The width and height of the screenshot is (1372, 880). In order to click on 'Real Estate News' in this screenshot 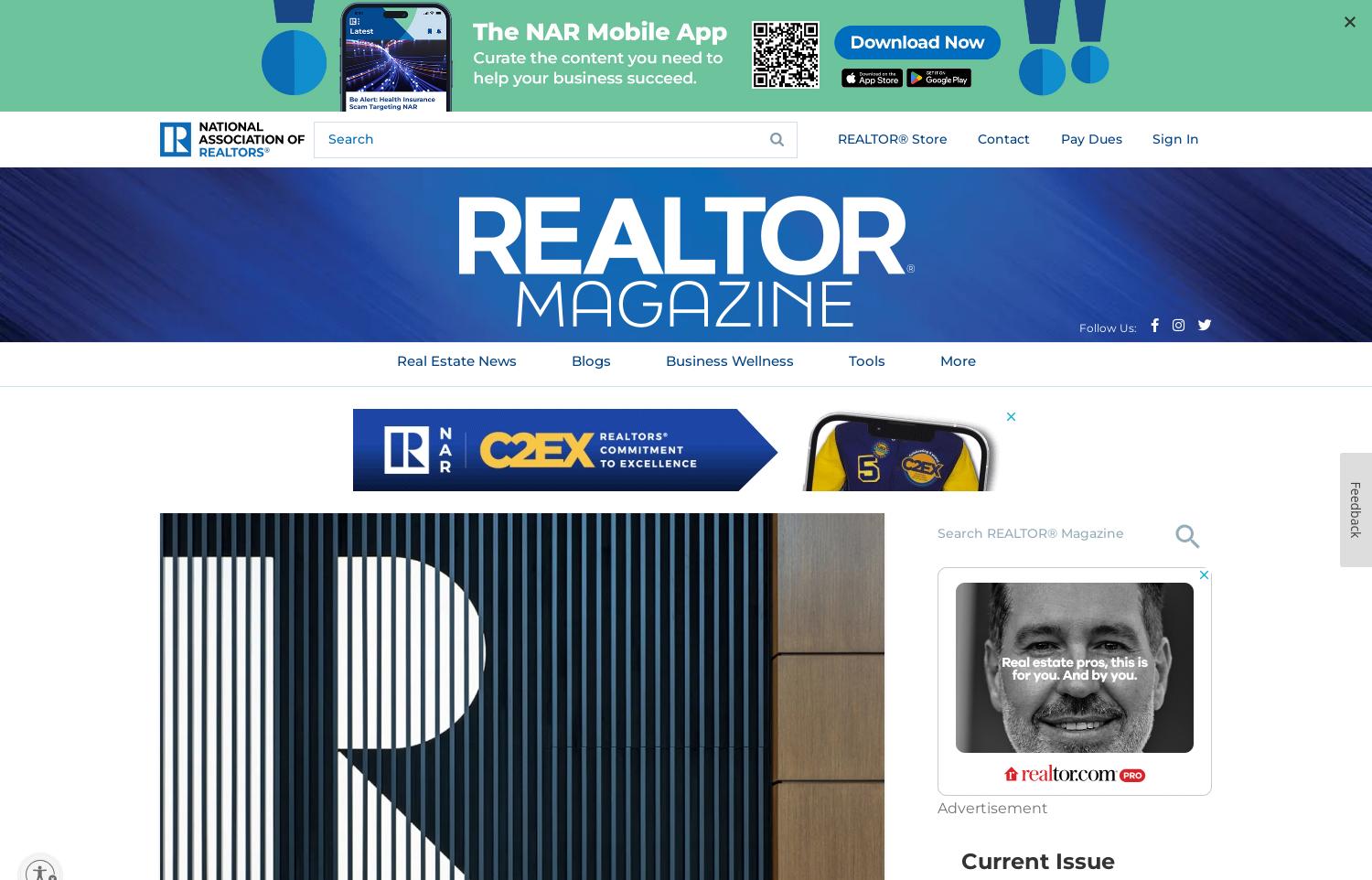, I will do `click(396, 359)`.